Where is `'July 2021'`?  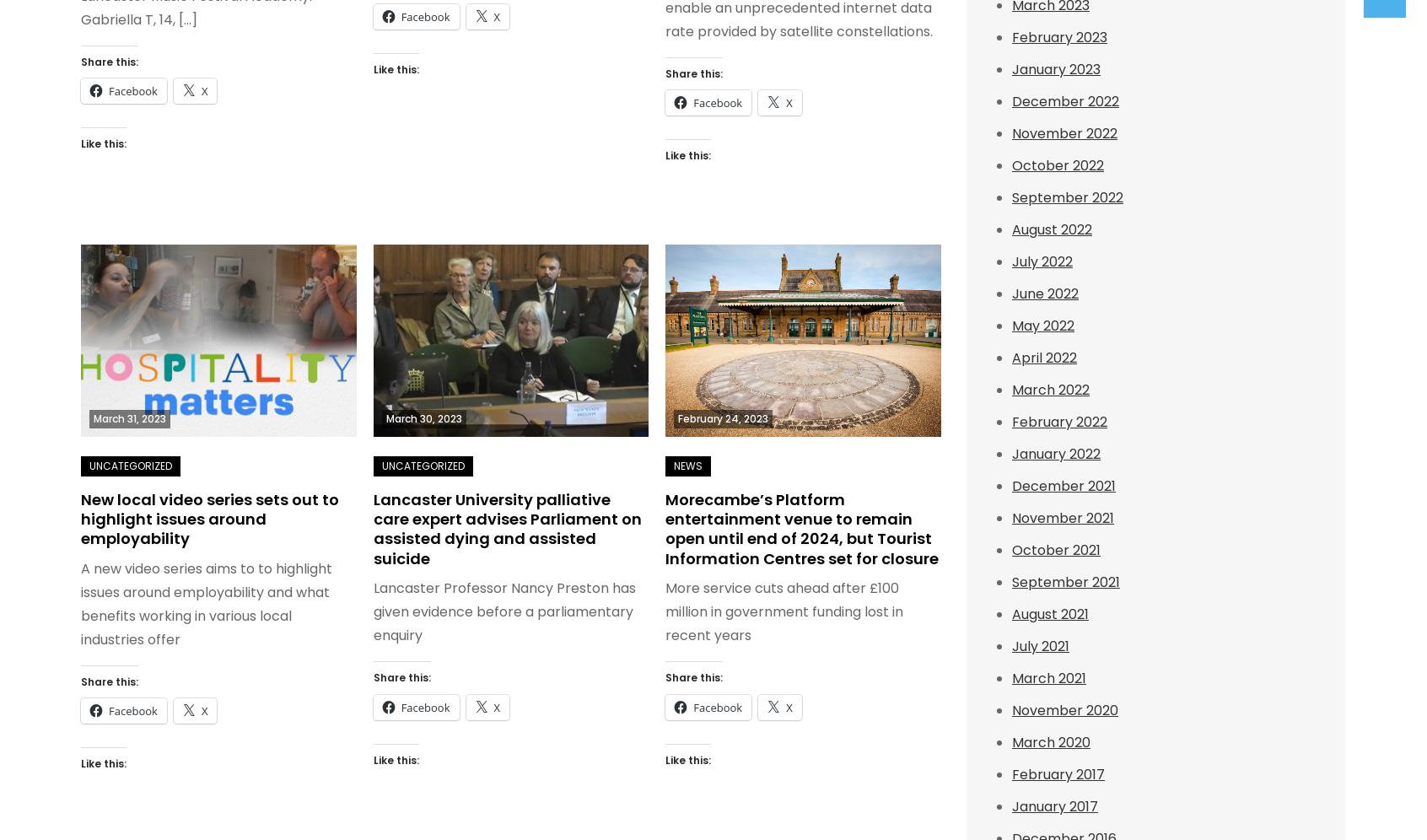 'July 2021' is located at coordinates (1040, 646).